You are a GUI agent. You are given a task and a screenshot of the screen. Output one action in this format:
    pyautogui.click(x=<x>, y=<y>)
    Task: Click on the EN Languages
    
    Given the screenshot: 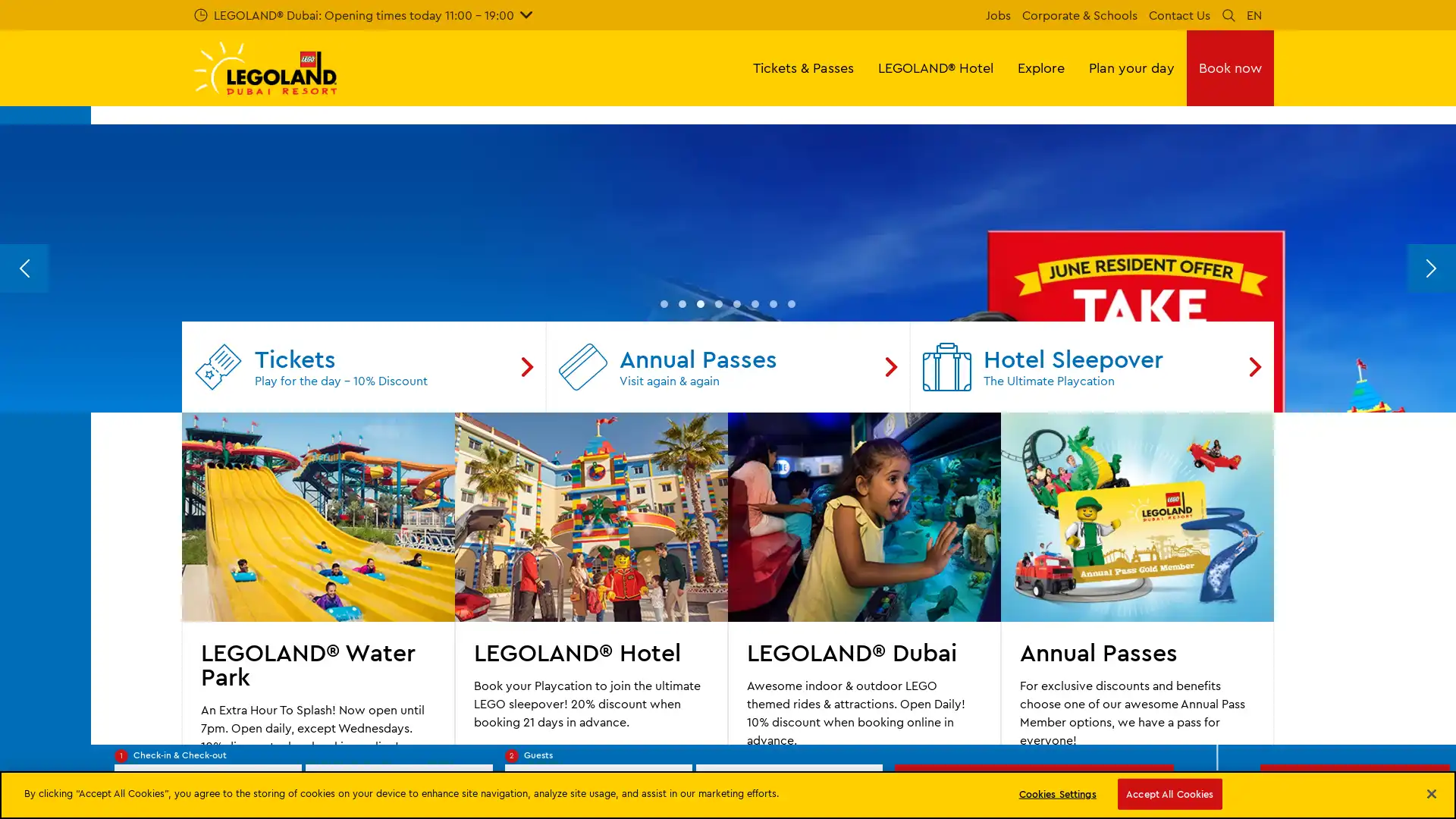 What is the action you would take?
    pyautogui.click(x=1254, y=14)
    